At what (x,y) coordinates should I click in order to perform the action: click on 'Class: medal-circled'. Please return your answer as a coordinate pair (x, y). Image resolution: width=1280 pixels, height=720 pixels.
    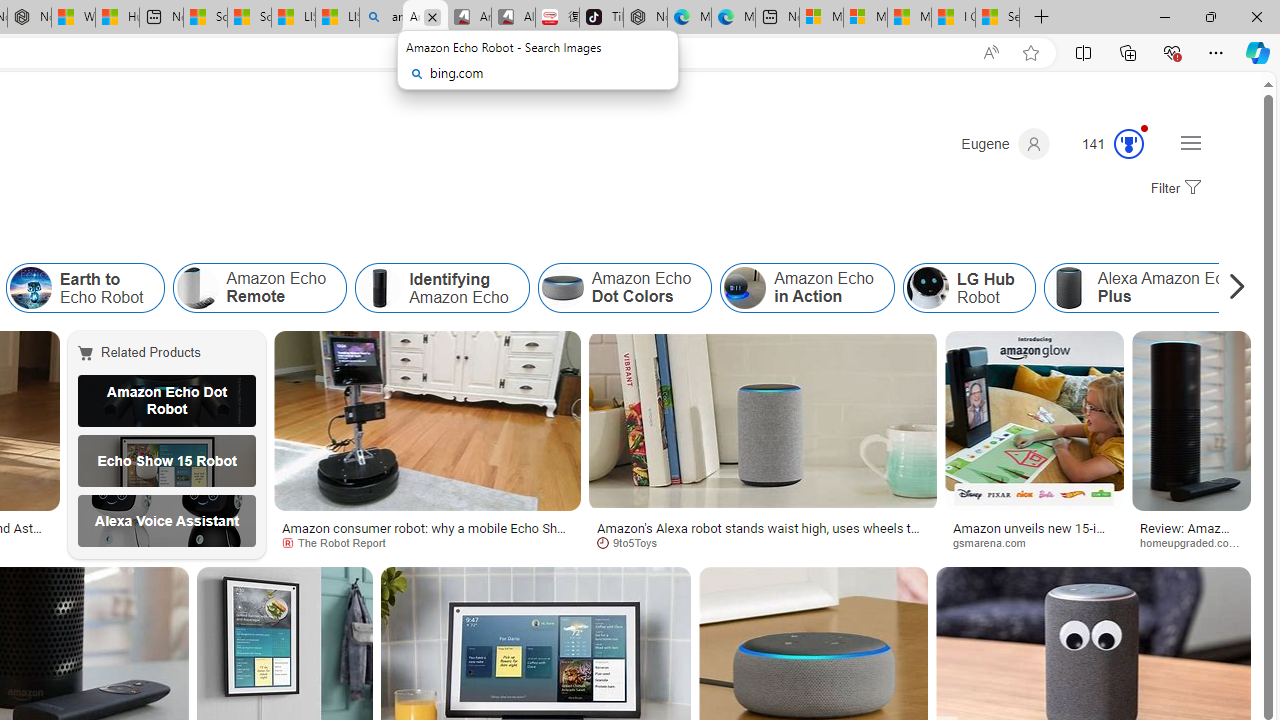
    Looking at the image, I should click on (1129, 143).